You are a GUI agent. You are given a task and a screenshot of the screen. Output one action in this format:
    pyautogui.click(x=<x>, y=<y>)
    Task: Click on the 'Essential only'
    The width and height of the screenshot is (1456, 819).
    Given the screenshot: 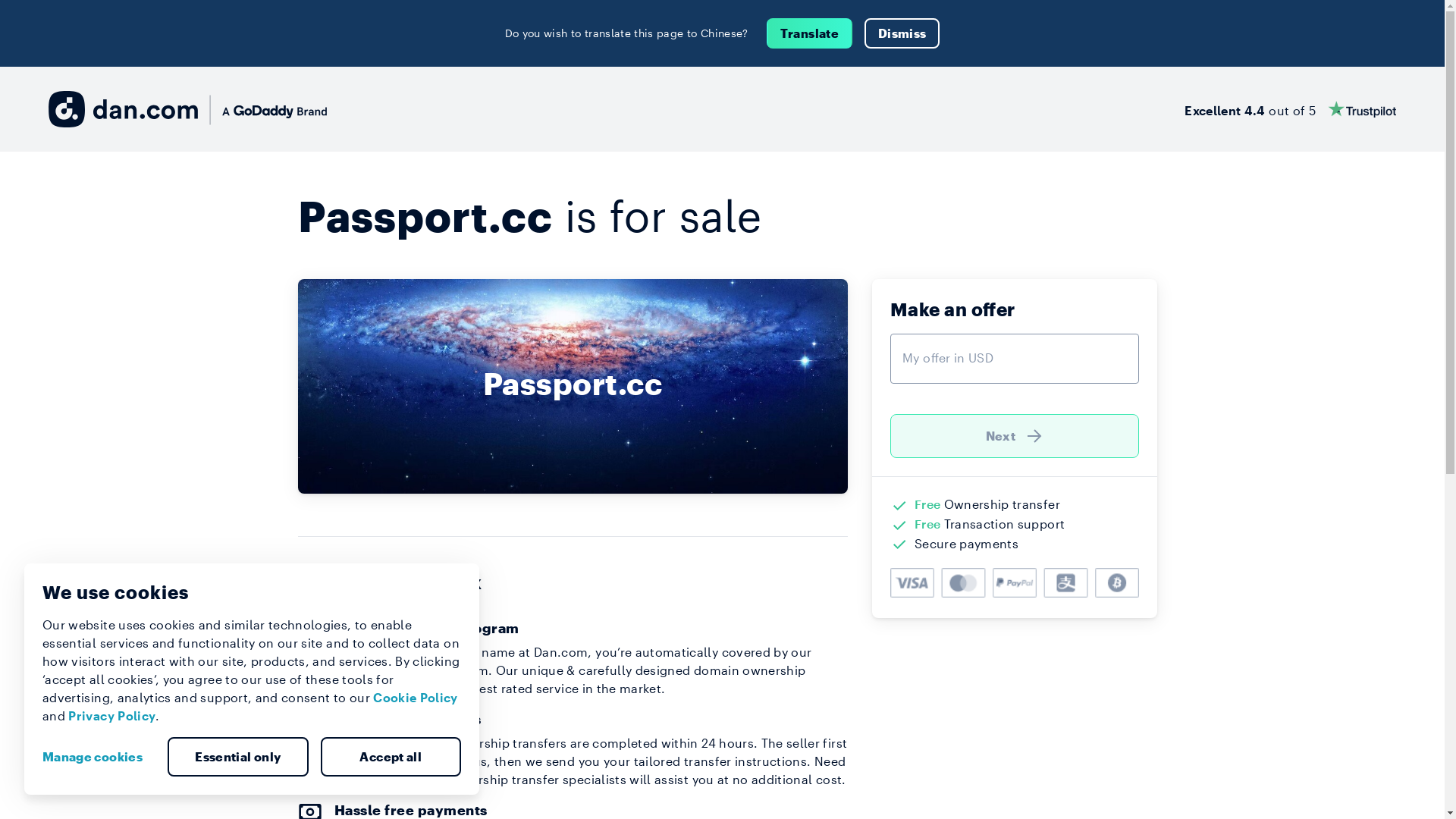 What is the action you would take?
    pyautogui.click(x=237, y=757)
    